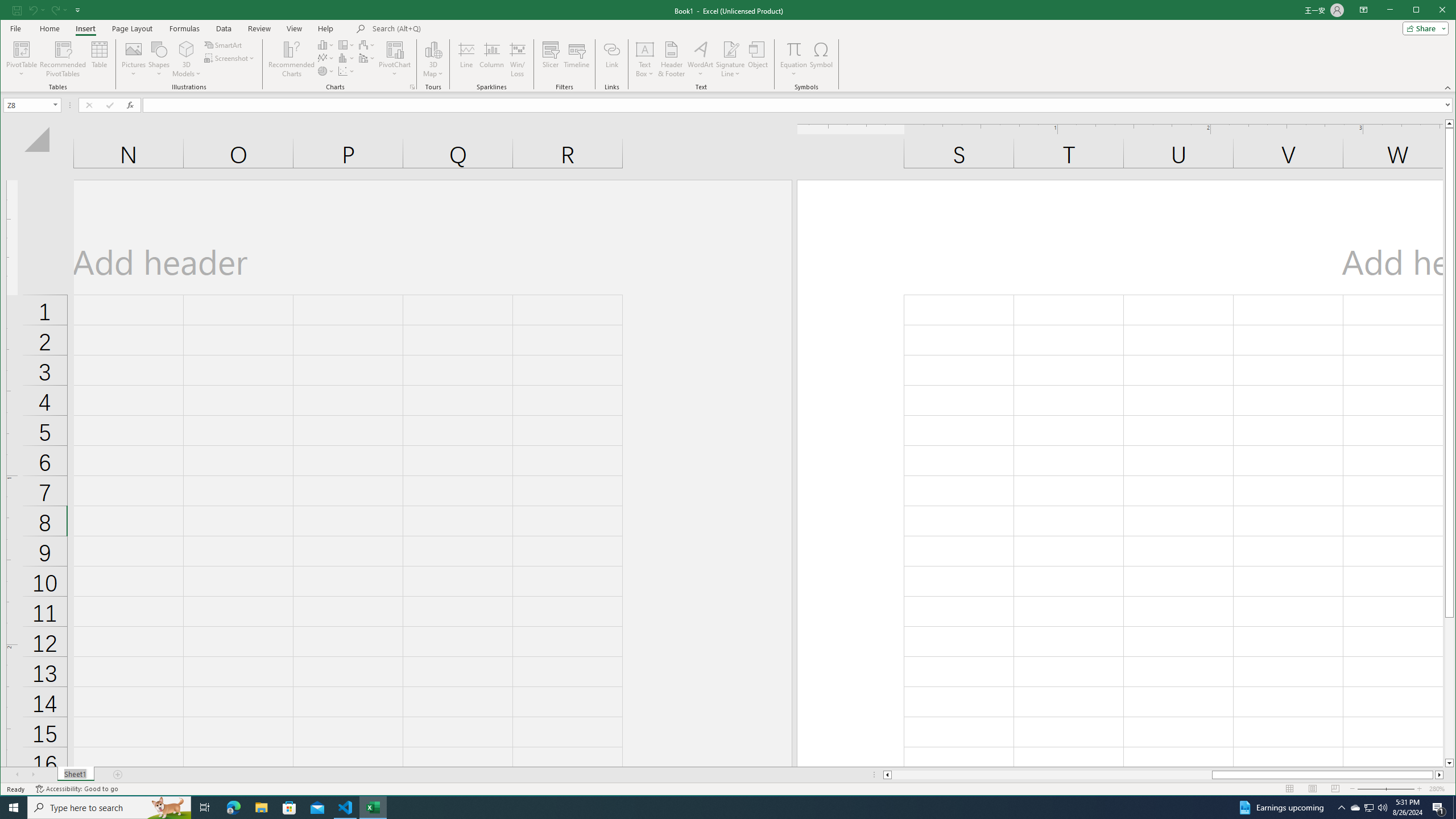 This screenshot has width=1456, height=819. Describe the element at coordinates (167, 806) in the screenshot. I see `'Search highlights icon opens search home window'` at that location.